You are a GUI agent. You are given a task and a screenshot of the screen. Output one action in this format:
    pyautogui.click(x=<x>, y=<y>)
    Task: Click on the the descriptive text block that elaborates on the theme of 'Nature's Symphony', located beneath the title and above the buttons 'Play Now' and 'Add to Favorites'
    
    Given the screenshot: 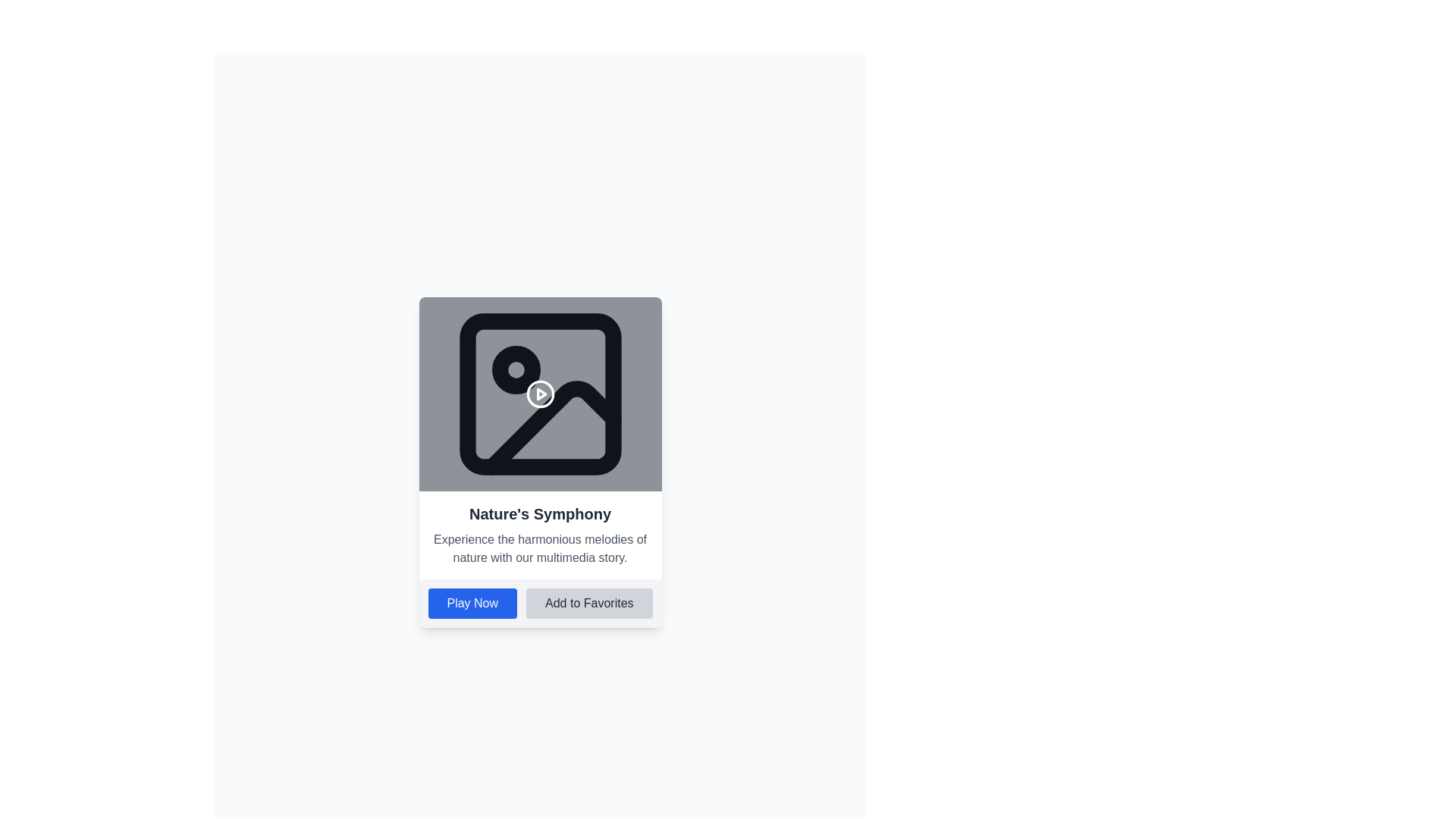 What is the action you would take?
    pyautogui.click(x=540, y=549)
    